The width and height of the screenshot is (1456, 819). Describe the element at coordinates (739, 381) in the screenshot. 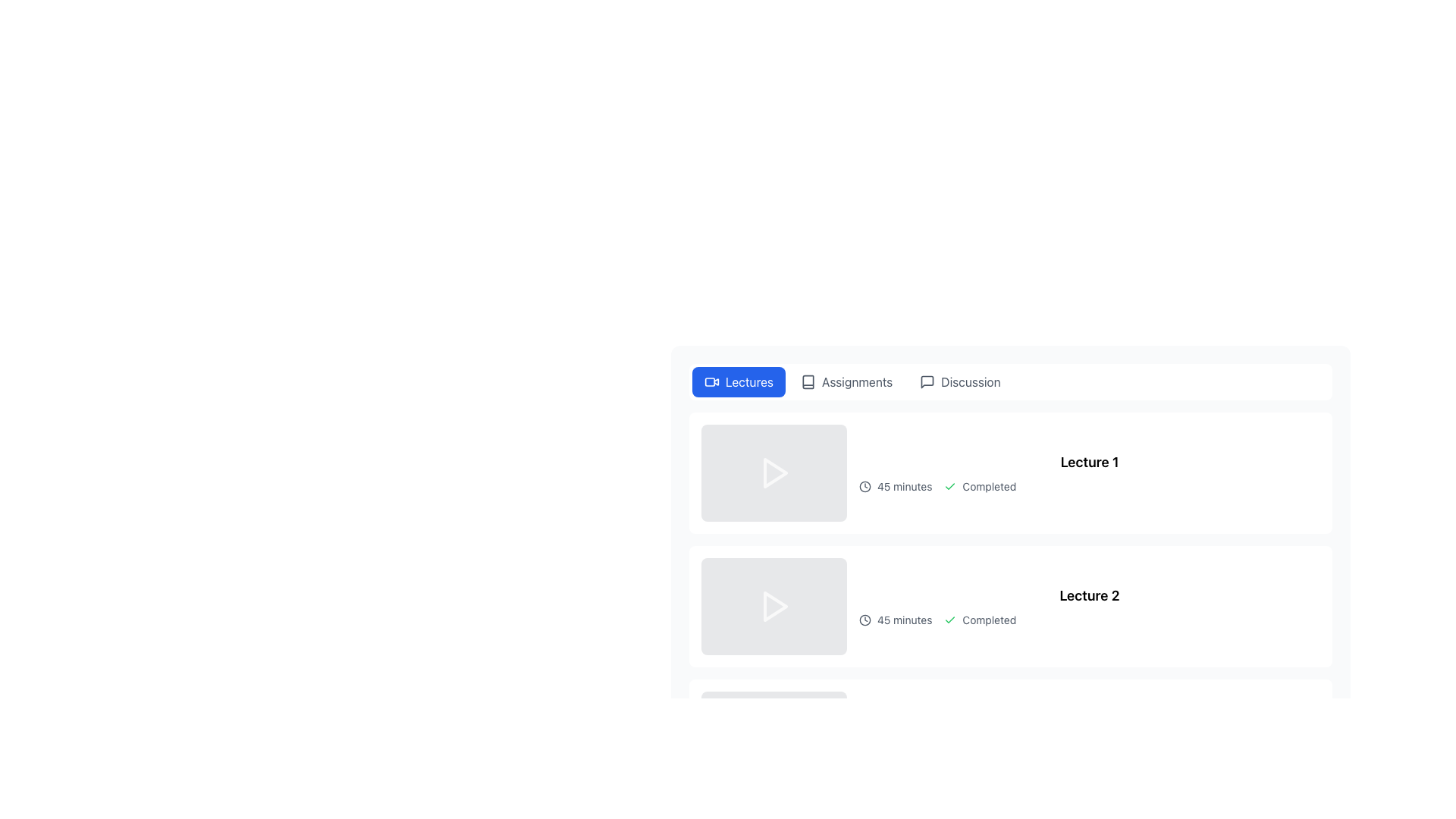

I see `the navigation button on the left side of the horizontal menu bar` at that location.